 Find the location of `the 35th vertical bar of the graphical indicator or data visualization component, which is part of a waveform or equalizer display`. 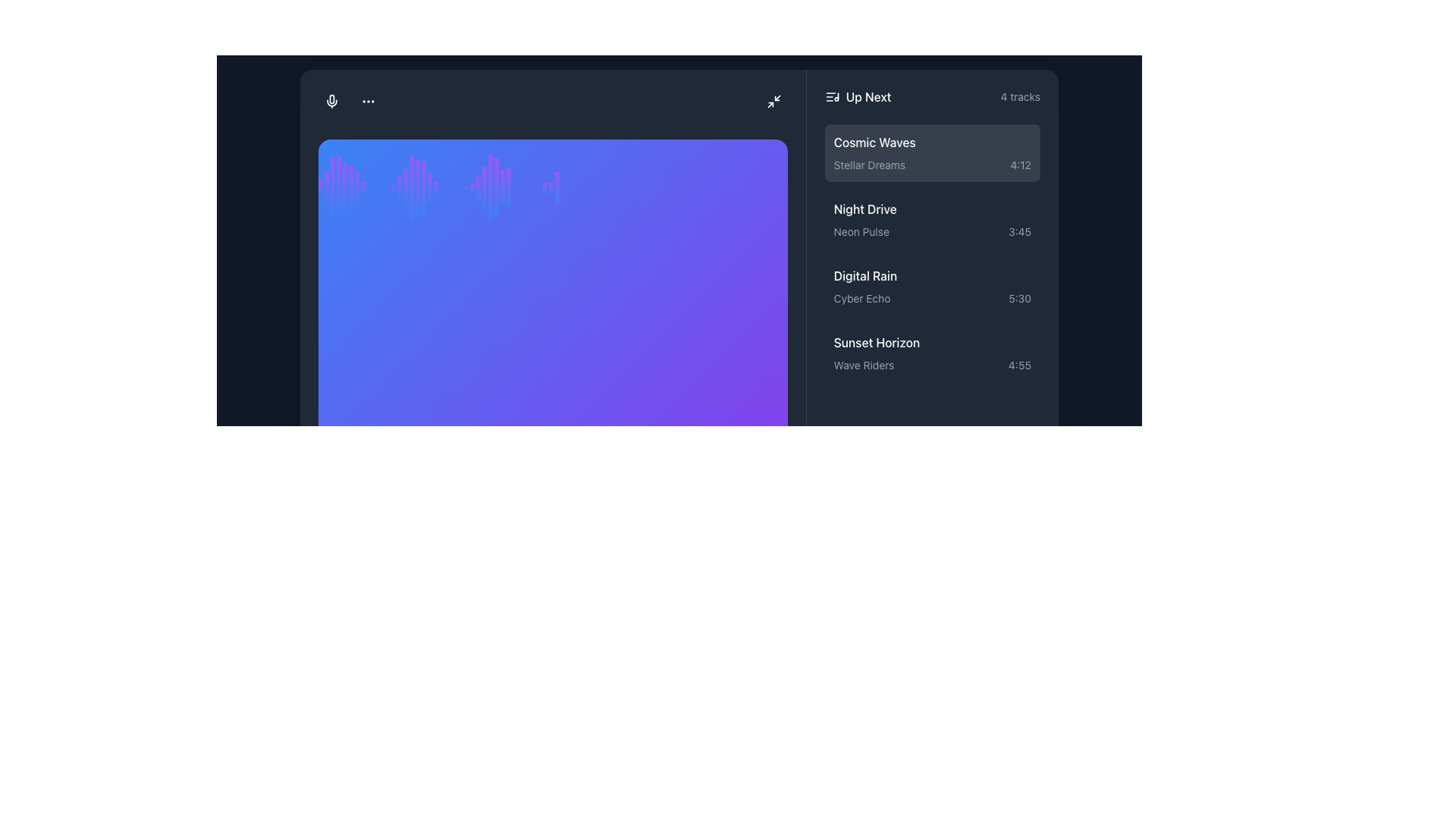

the 35th vertical bar of the graphical indicator or data visualization component, which is part of a waveform or equalizer display is located at coordinates (550, 186).